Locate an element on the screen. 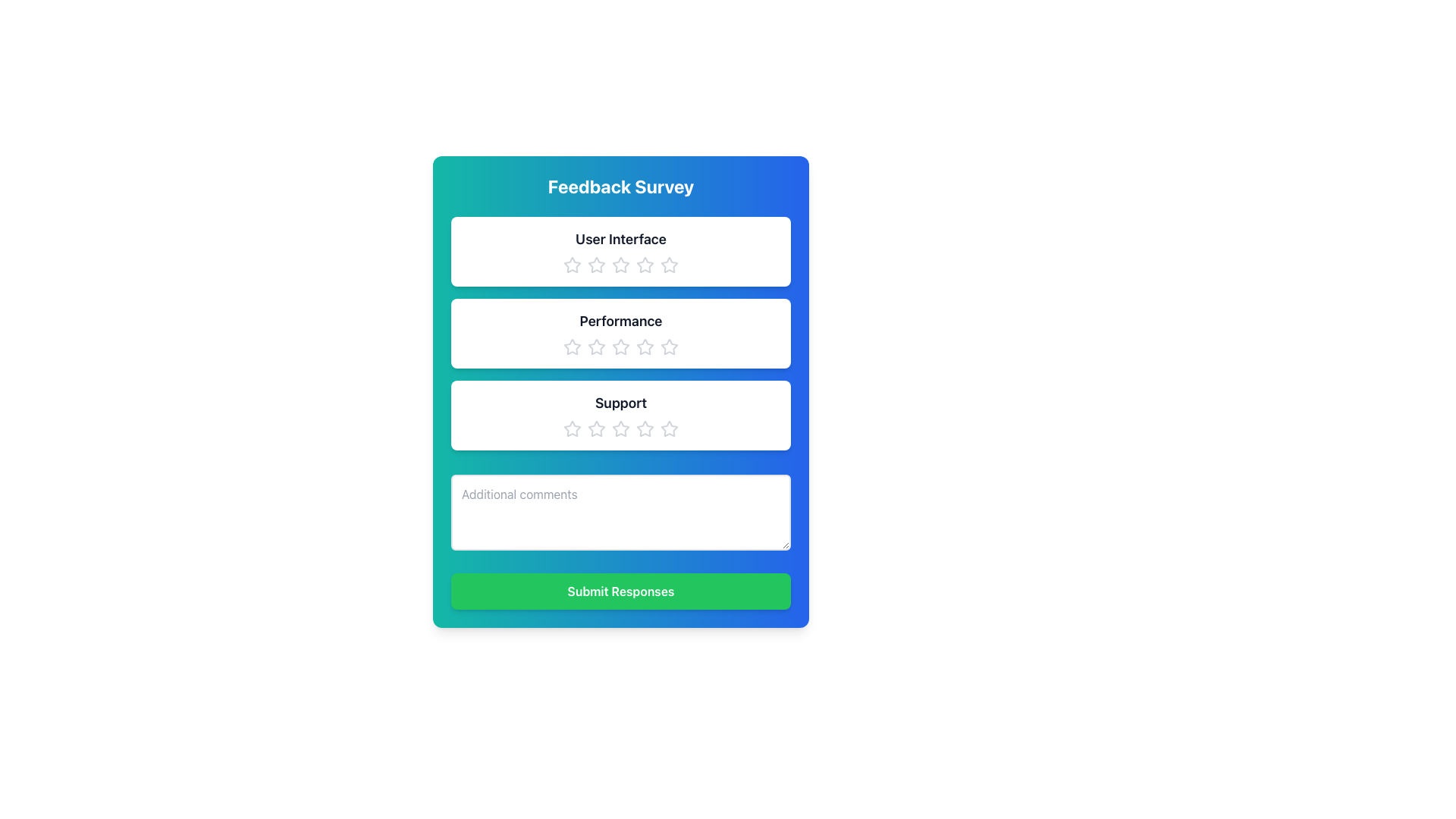 The image size is (1456, 819). the star icon is located at coordinates (621, 332).